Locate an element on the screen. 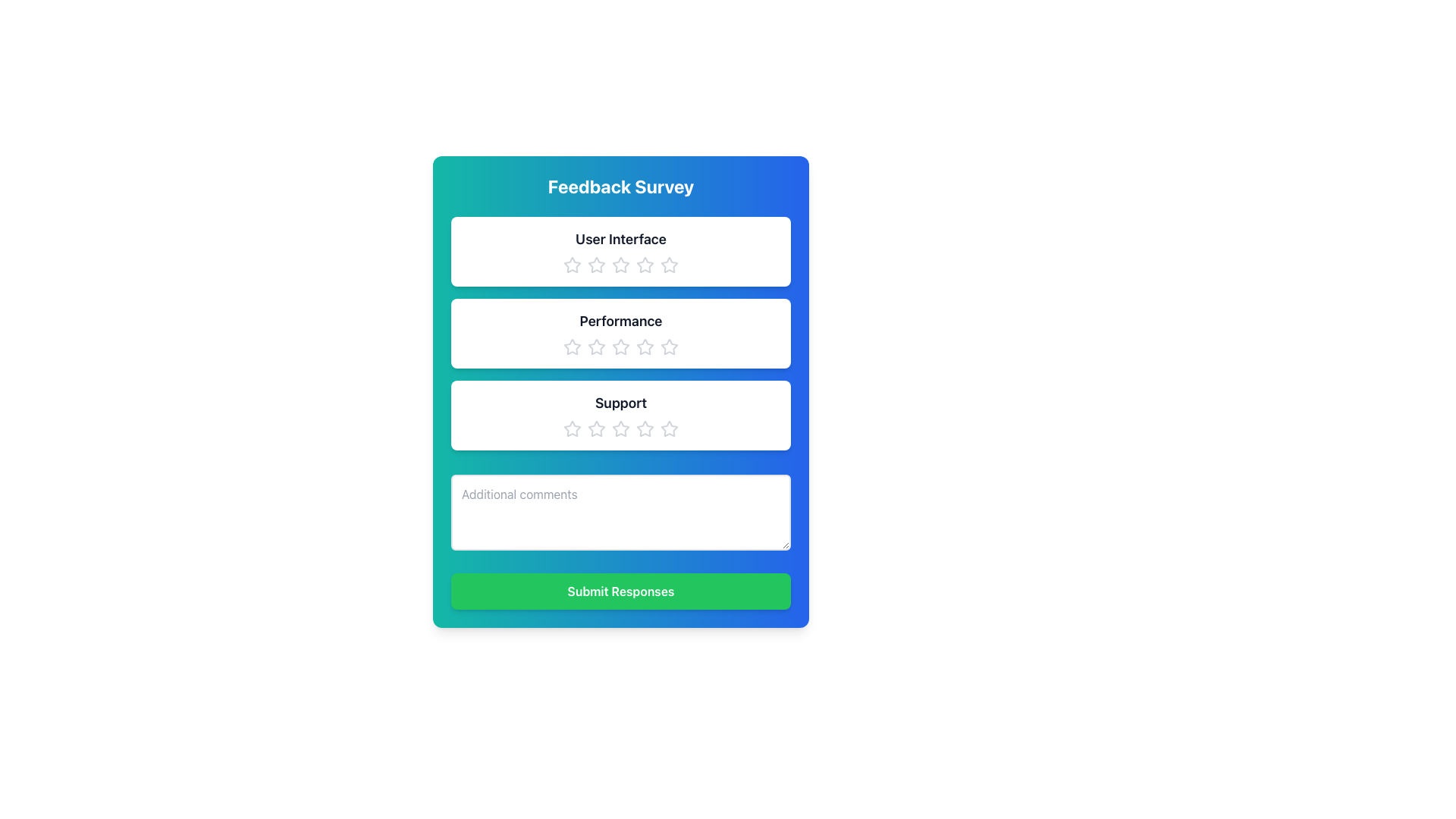 The image size is (1456, 819). the star icon is located at coordinates (621, 332).